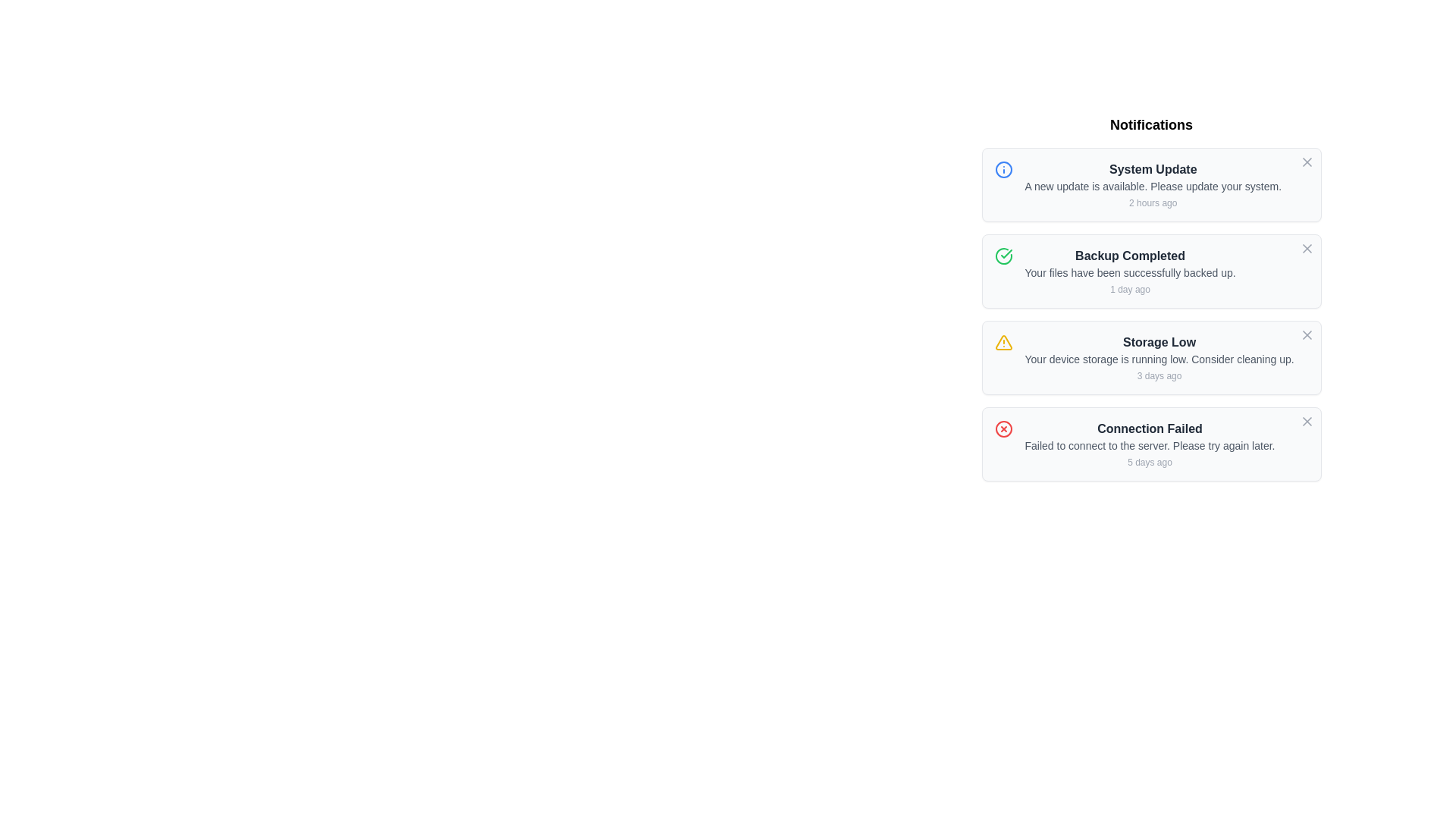 The height and width of the screenshot is (819, 1456). What do you see at coordinates (1151, 444) in the screenshot?
I see `the fourth notification card about a failed connection attempt located at the bottom of the notification list` at bounding box center [1151, 444].